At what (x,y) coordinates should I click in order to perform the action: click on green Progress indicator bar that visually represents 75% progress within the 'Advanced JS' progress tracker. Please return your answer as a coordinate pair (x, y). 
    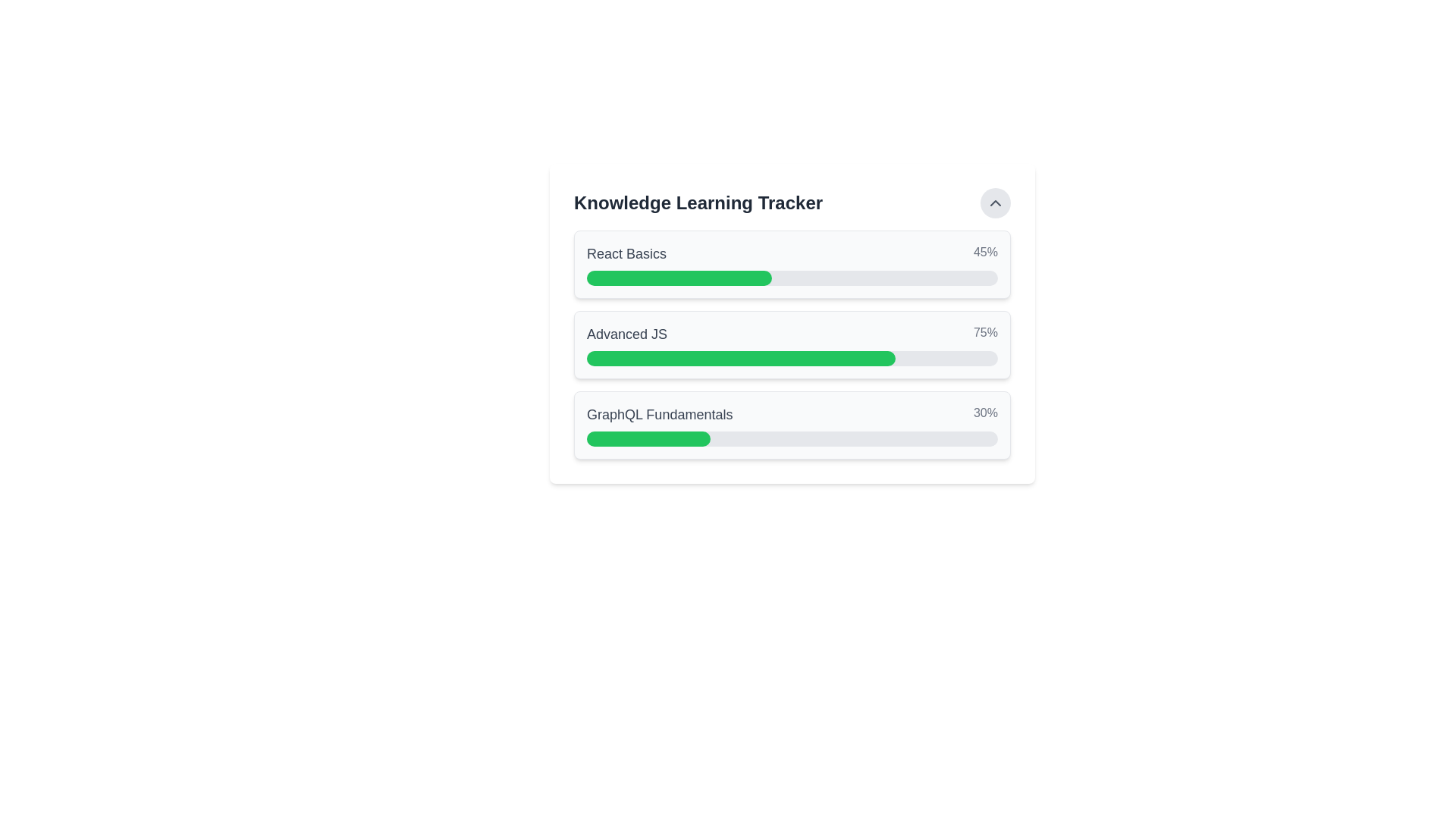
    Looking at the image, I should click on (741, 359).